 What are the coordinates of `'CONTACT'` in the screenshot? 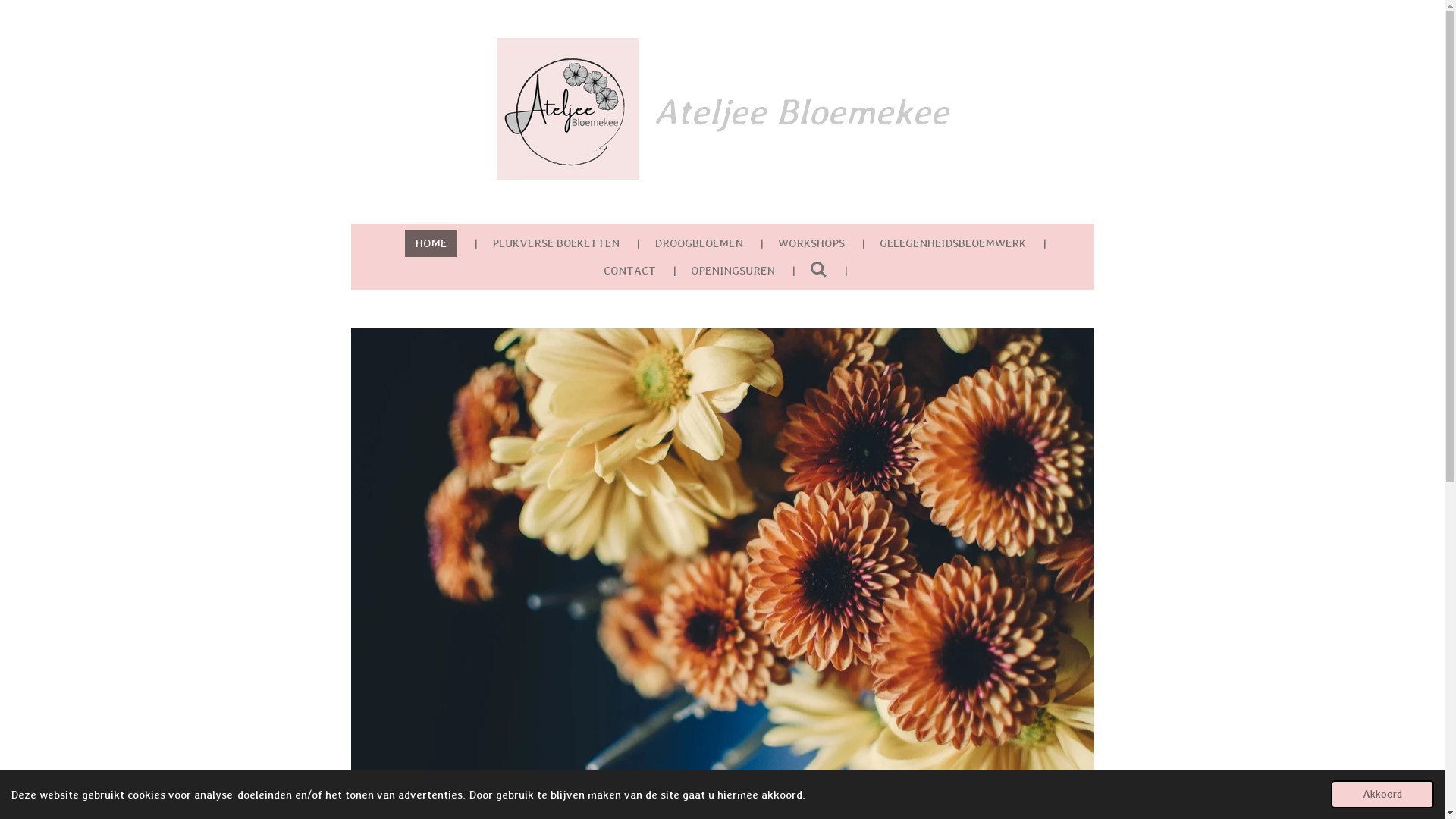 It's located at (629, 268).